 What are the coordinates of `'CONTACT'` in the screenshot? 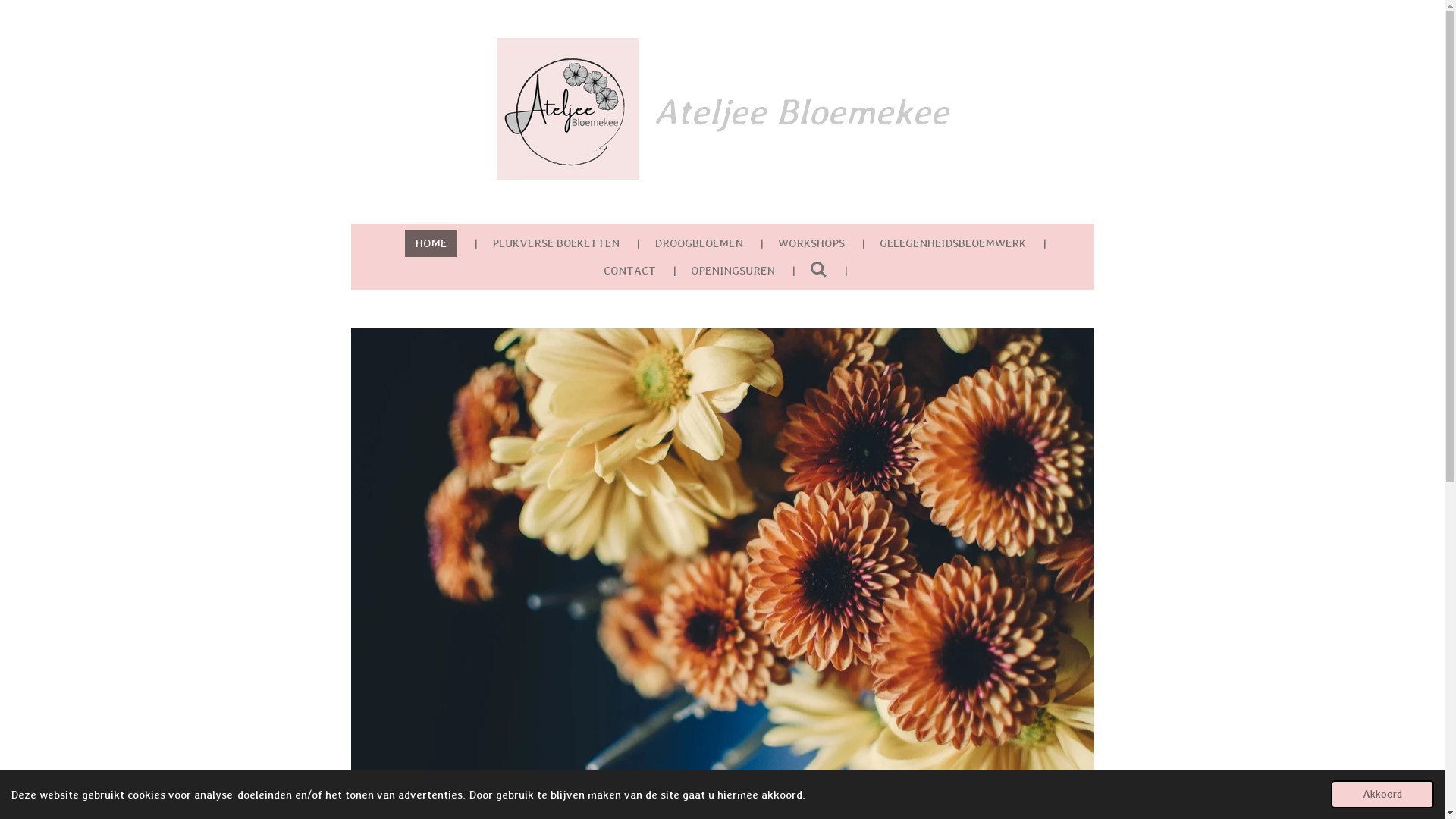 It's located at (629, 268).